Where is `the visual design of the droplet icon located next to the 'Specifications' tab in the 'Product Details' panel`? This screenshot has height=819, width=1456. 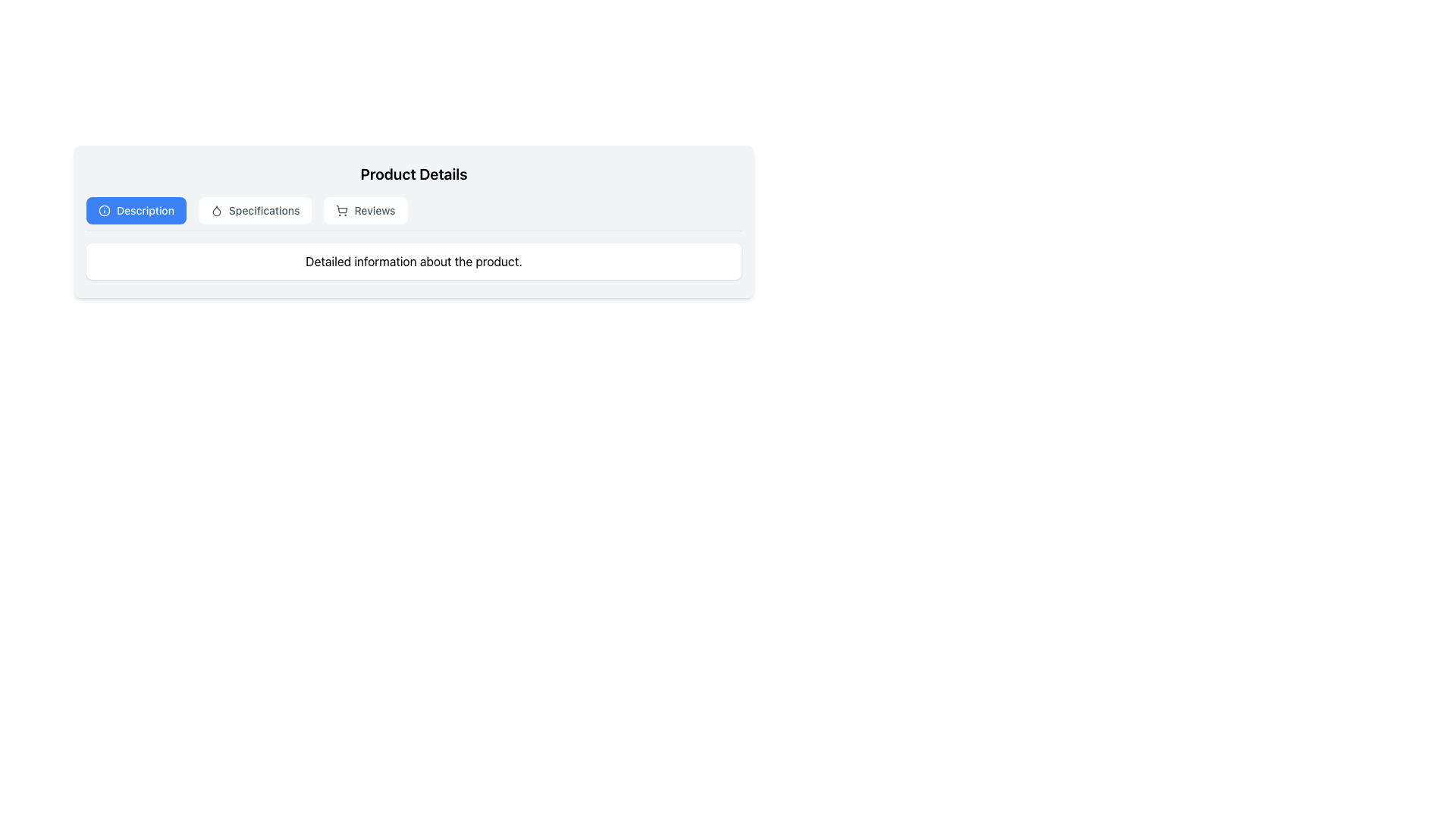
the visual design of the droplet icon located next to the 'Specifications' tab in the 'Product Details' panel is located at coordinates (215, 211).